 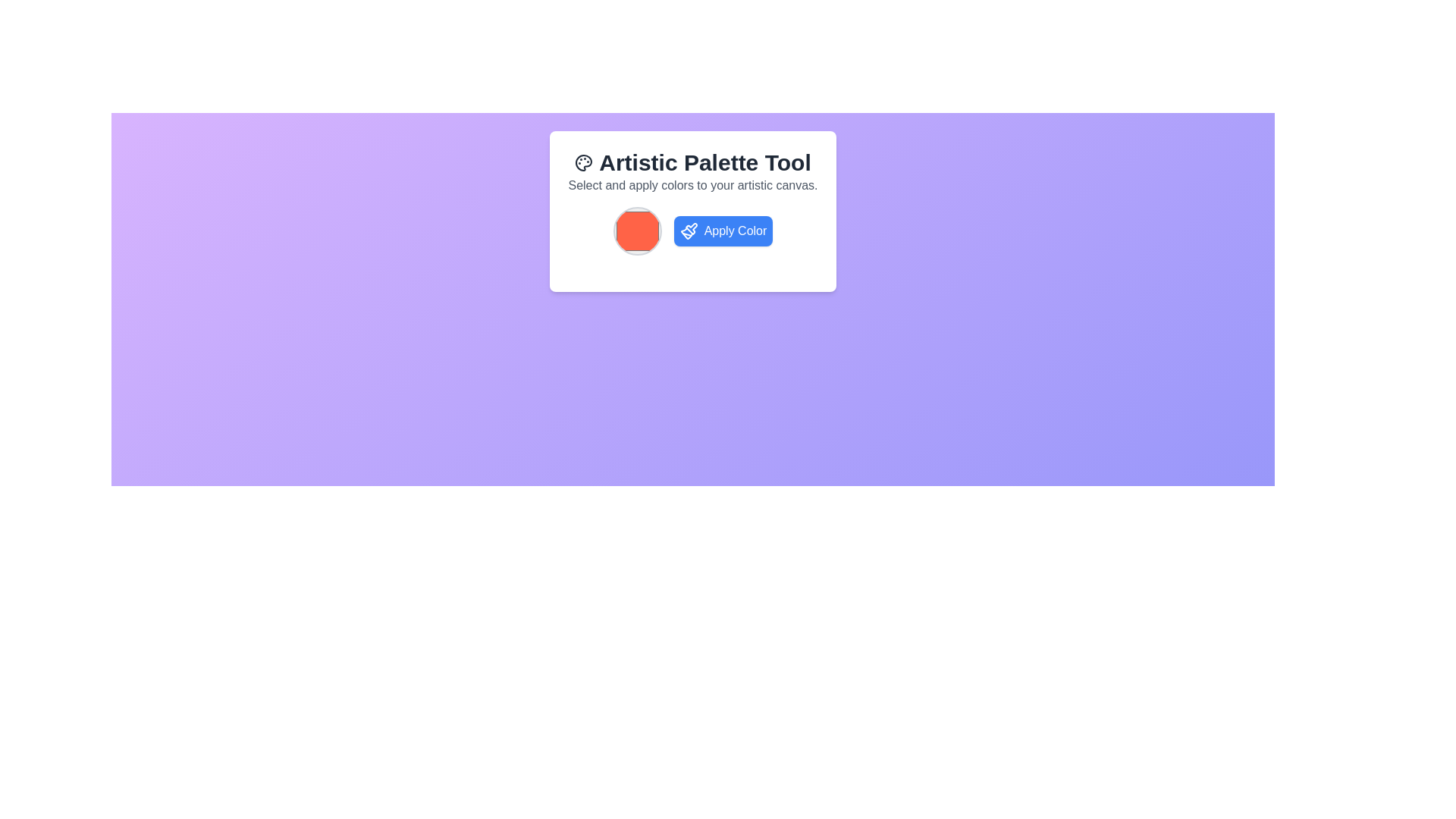 I want to click on the button located to the right of the circular color palette to apply the chosen color to the artistic canvas, so click(x=723, y=231).